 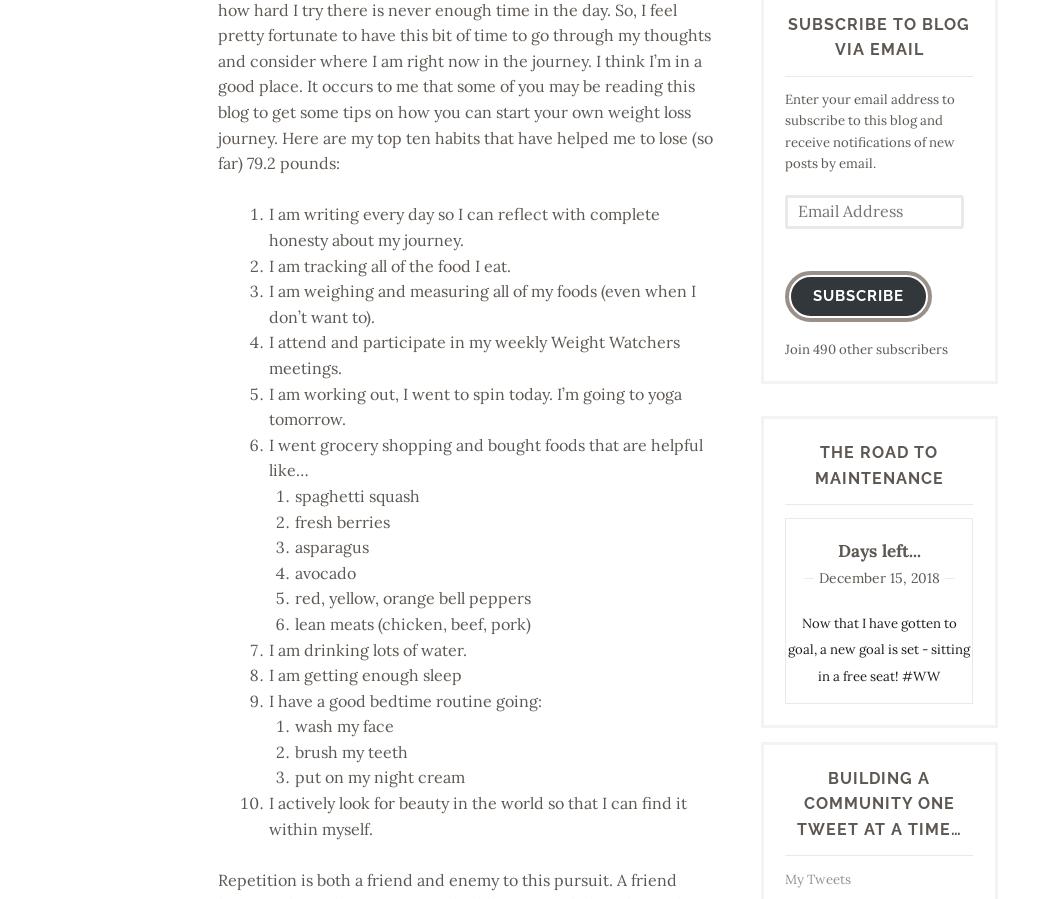 I want to click on 'fresh berries', so click(x=340, y=520).